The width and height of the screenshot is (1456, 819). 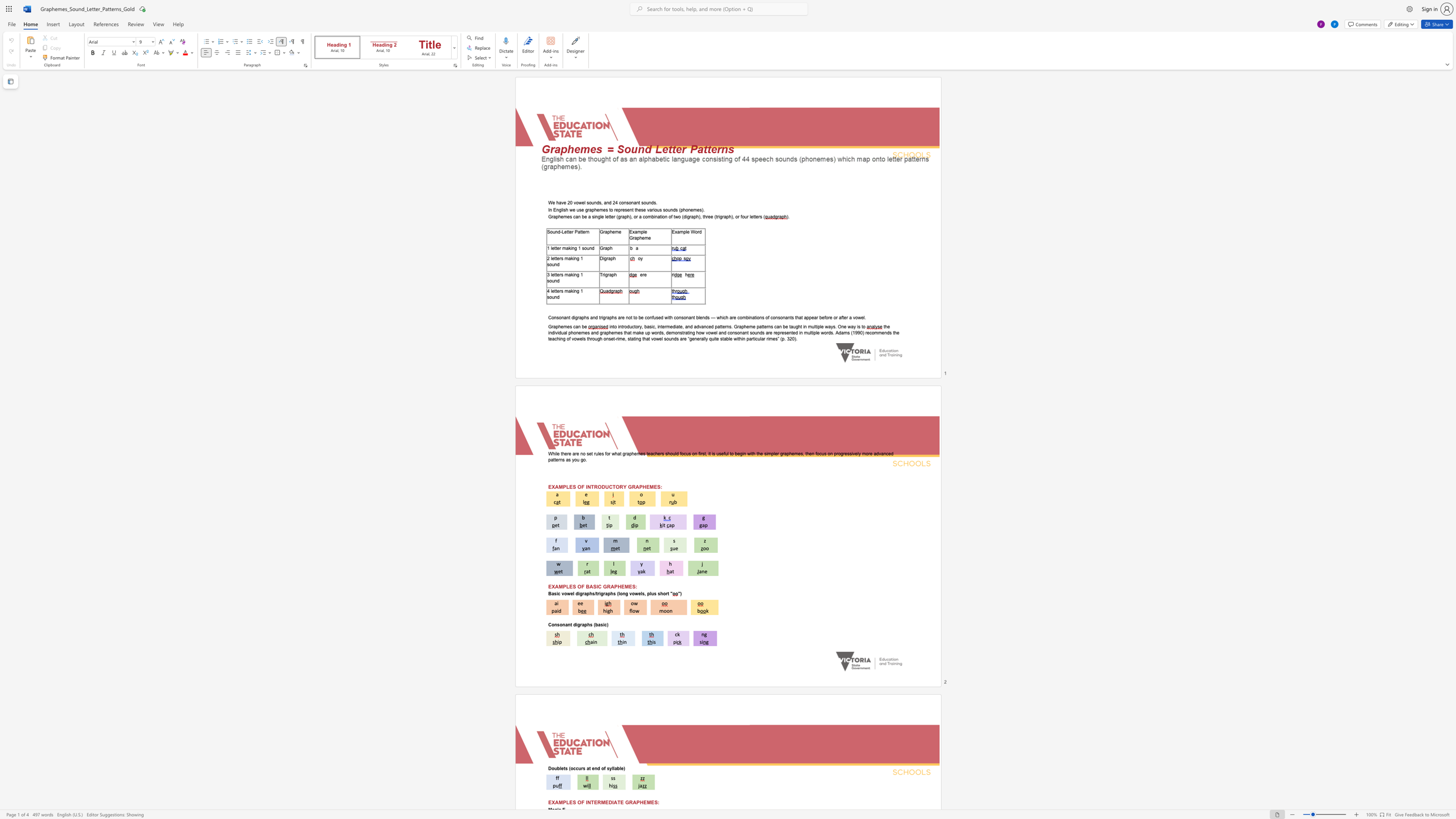 What do you see at coordinates (851, 327) in the screenshot?
I see `the subset text "ay is t" within the text "into introductory, basic, intermediate, and advanced patterns. Grapheme patterns can be taught in multiple ways. One way is to"` at bounding box center [851, 327].